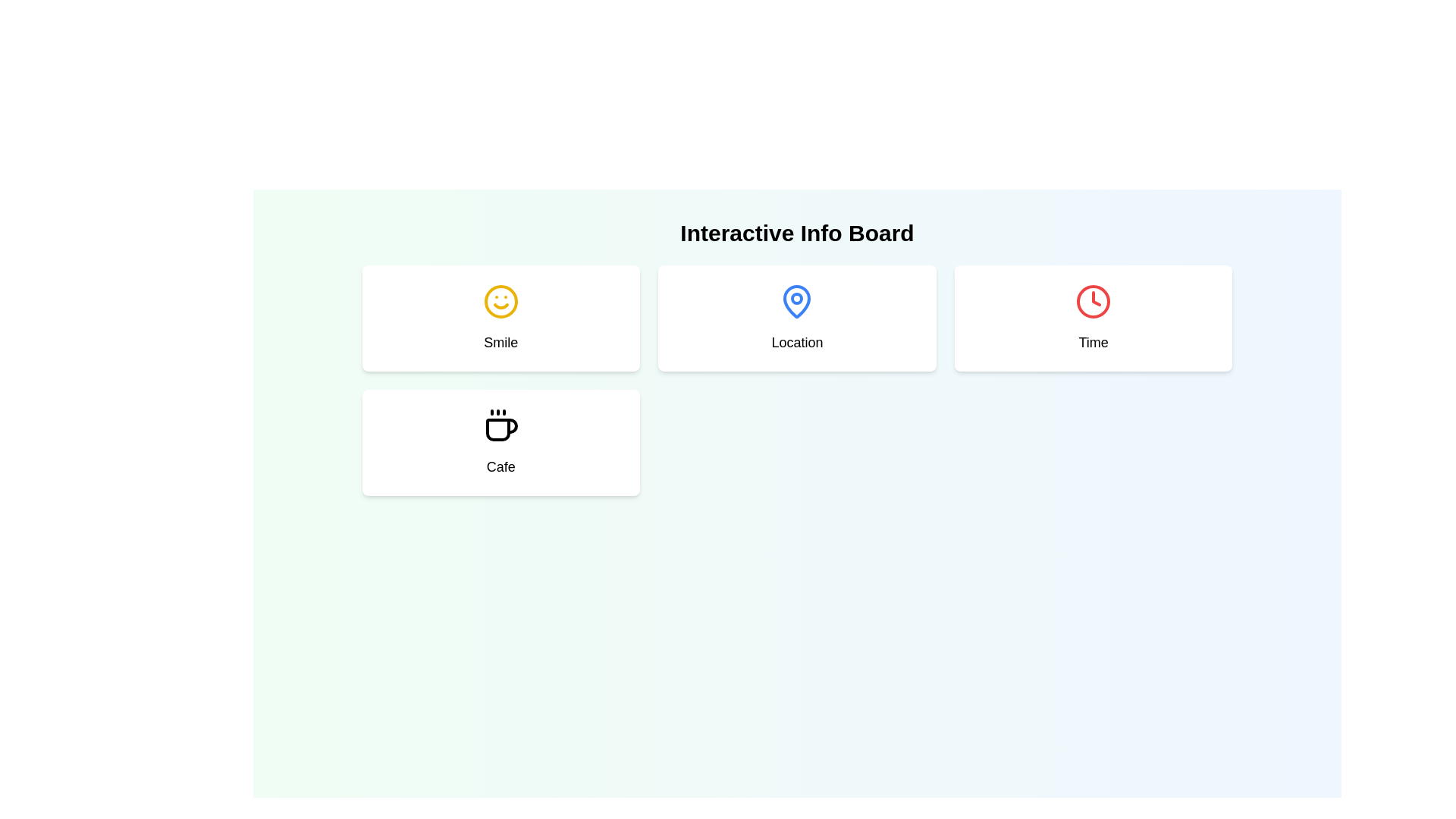  I want to click on the clock icon component within the 'Time' button located in the top-right quadrant of the layout, so click(1097, 298).